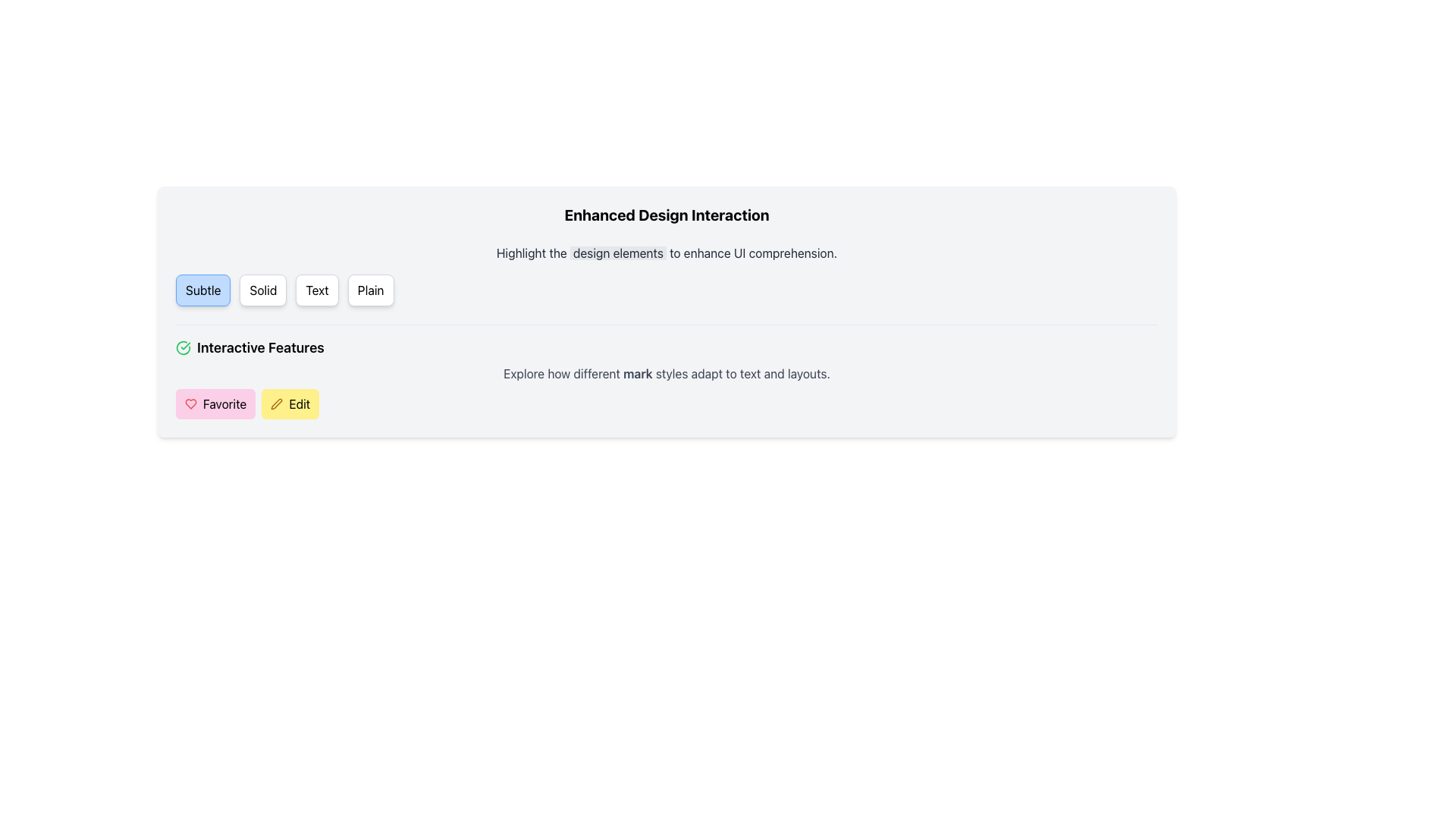  I want to click on the third button labeled 'Text' in the row of four buttons, which is located beneath a heading for design interaction features, so click(316, 290).